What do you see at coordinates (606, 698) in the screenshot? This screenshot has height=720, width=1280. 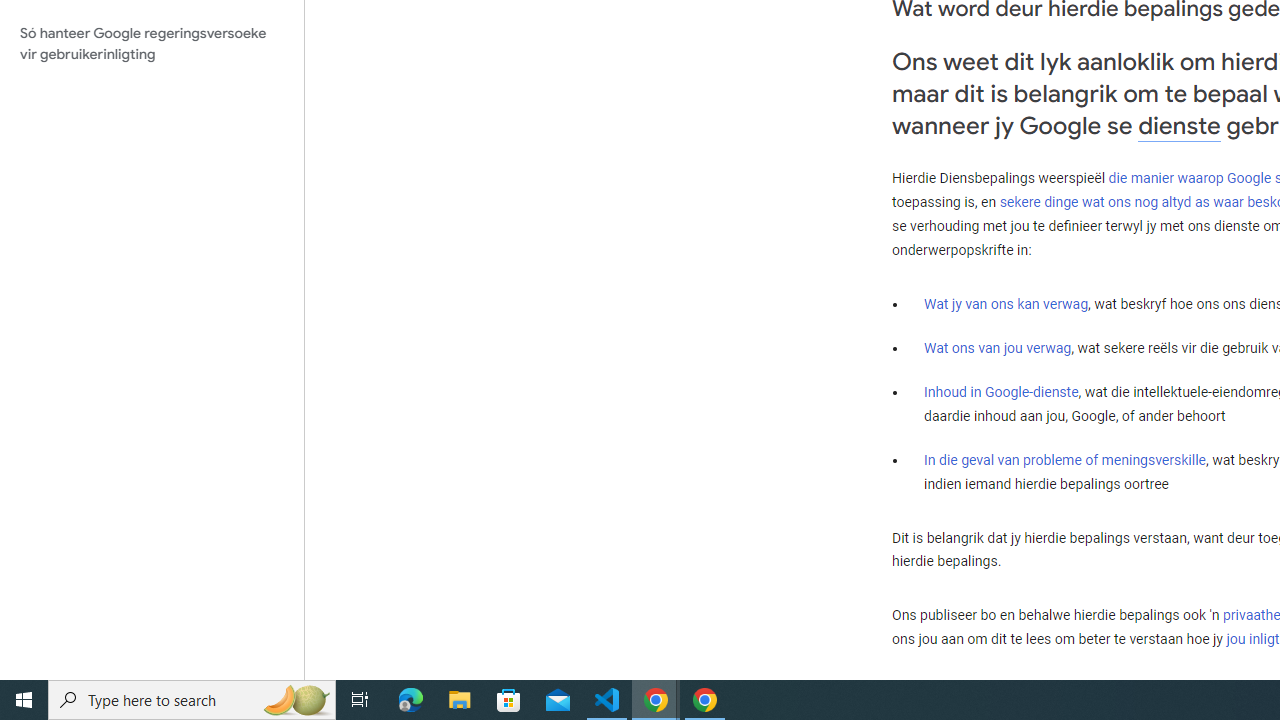 I see `'Visual Studio Code - 1 running window'` at bounding box center [606, 698].